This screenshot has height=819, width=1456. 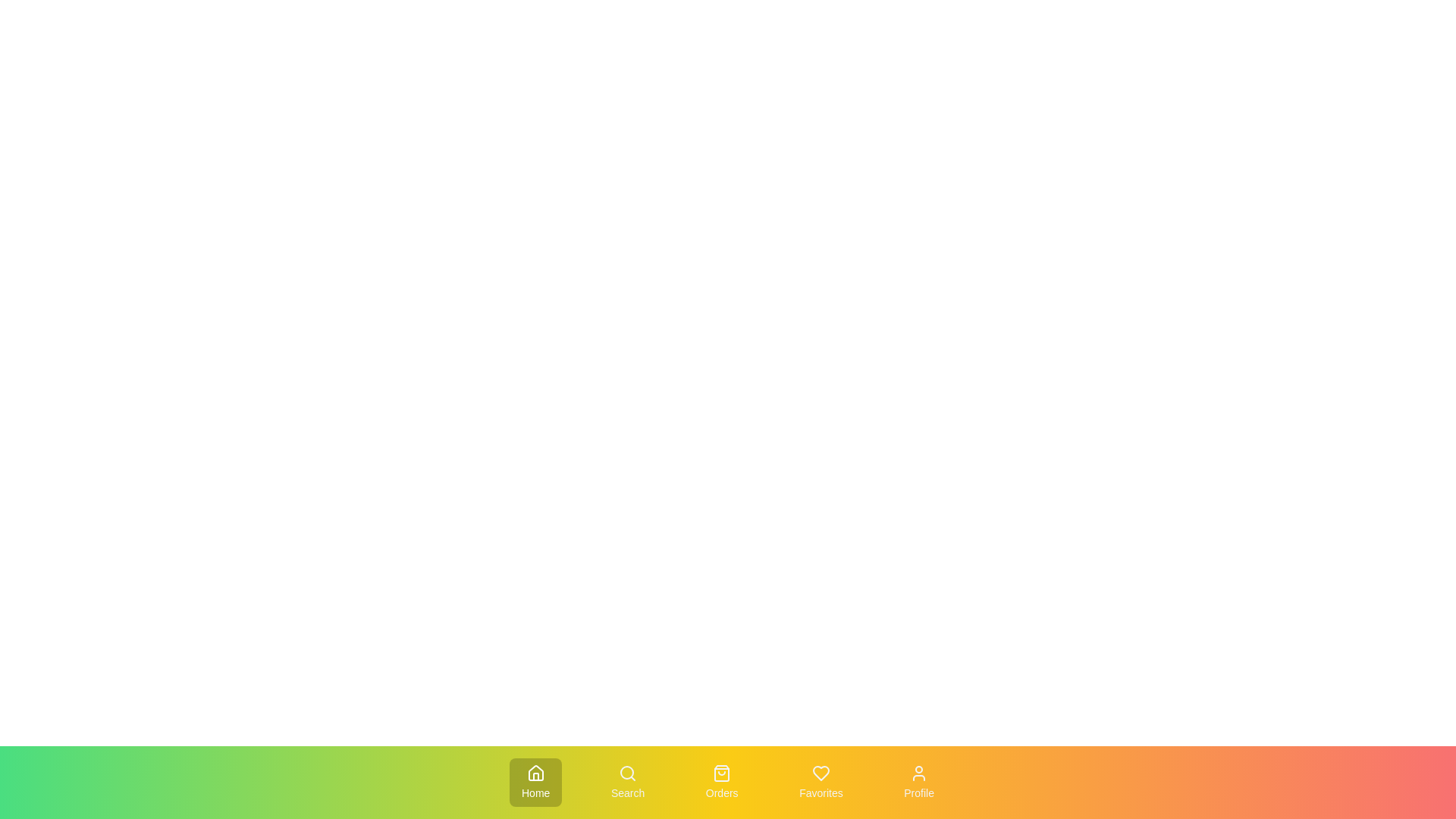 I want to click on the Profile tab to observe the hover effect, so click(x=918, y=783).